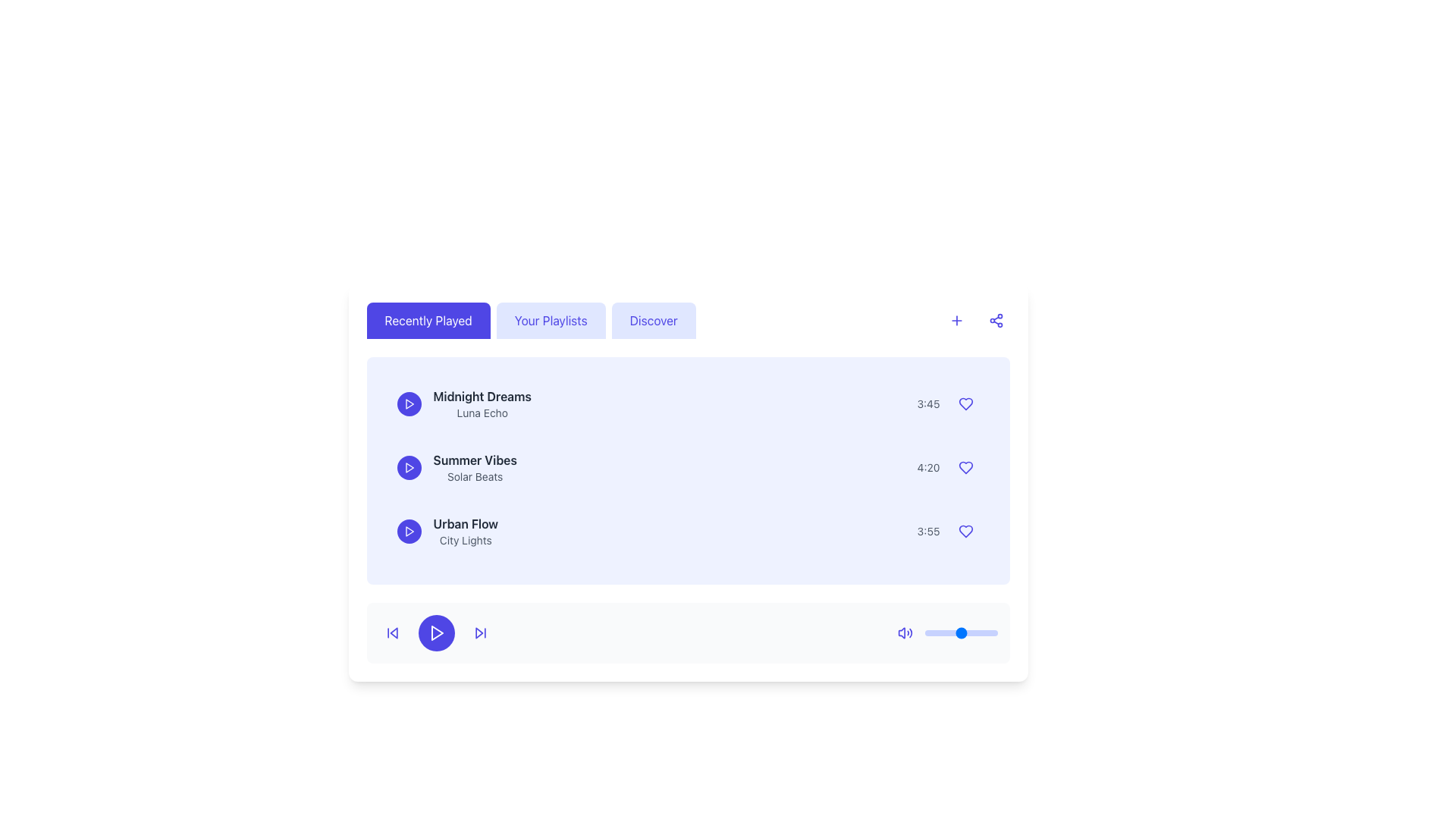 This screenshot has height=819, width=1456. Describe the element at coordinates (965, 403) in the screenshot. I see `the heart-shaped icon with an indigo outline to favorite or like the item in the playlist, located to the right of the '3:45' text in the 'Midnight Dreams' track row` at that location.